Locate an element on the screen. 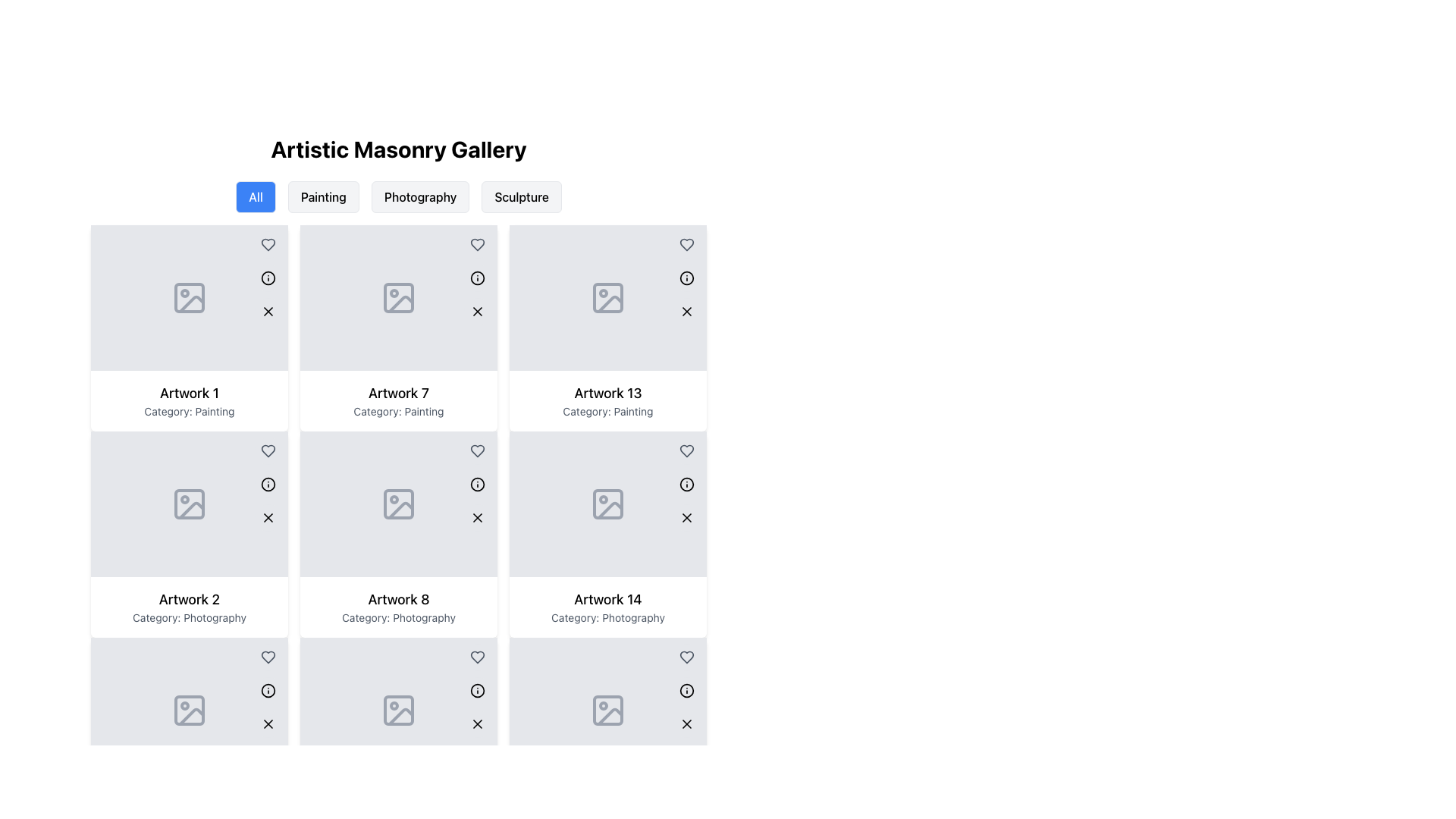 This screenshot has height=819, width=1456. the graphical rectangle SVG component that is part of the image placeholder icon in the grid cell labeled 'Artwork 8, Category: Photography' is located at coordinates (399, 711).